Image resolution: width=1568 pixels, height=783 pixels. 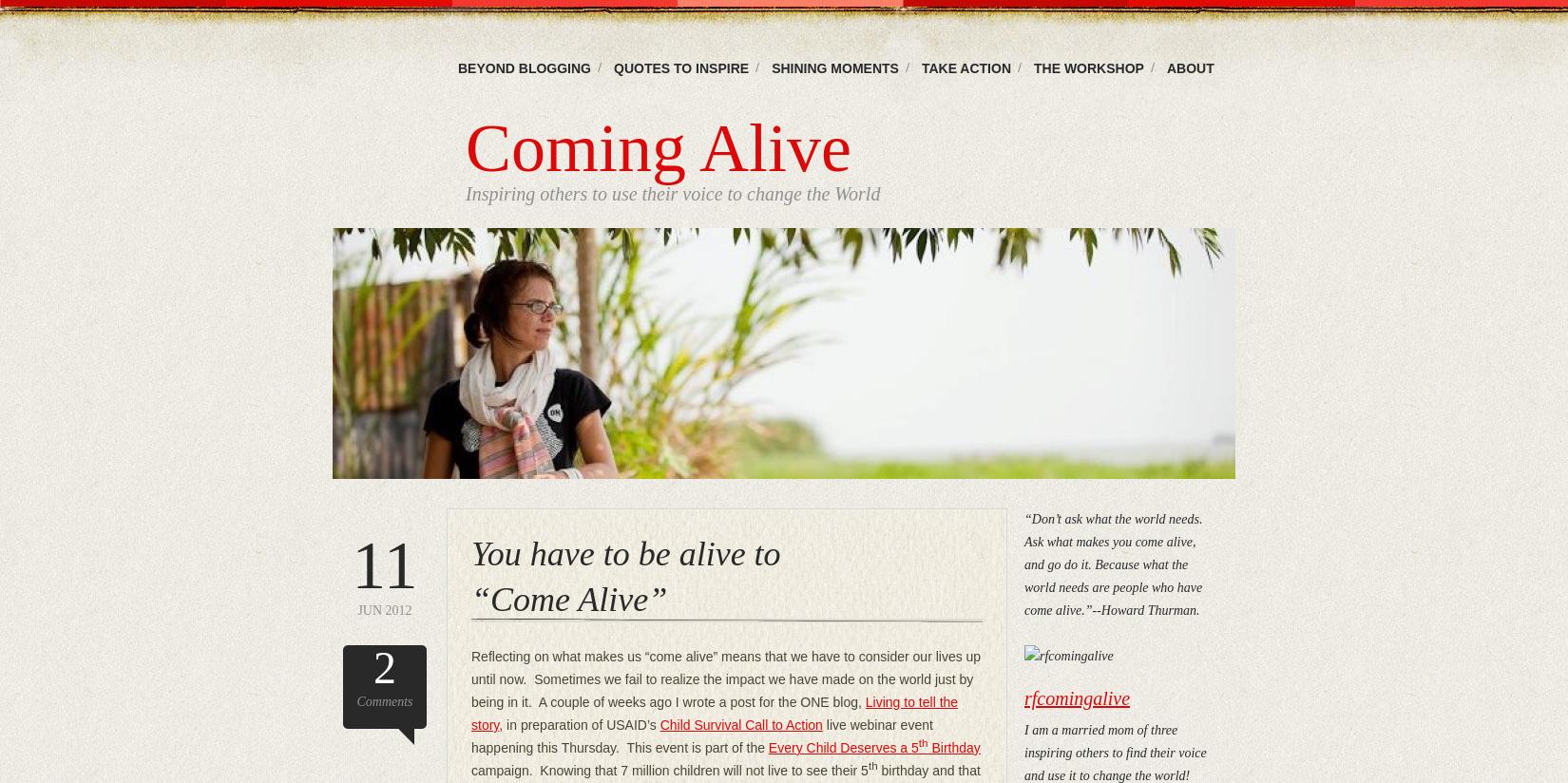 What do you see at coordinates (351, 565) in the screenshot?
I see `'11'` at bounding box center [351, 565].